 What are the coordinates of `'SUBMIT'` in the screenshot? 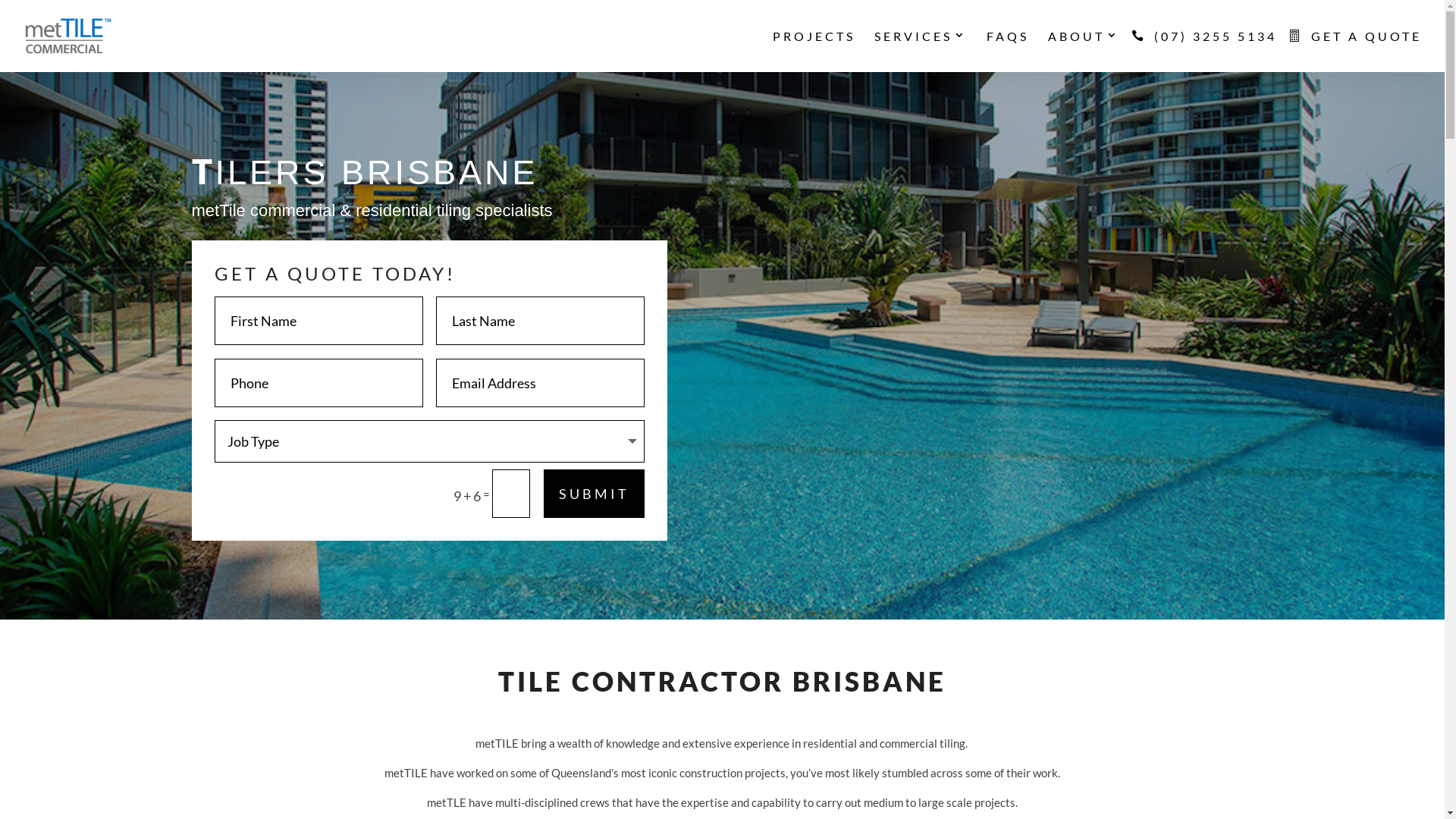 It's located at (593, 494).